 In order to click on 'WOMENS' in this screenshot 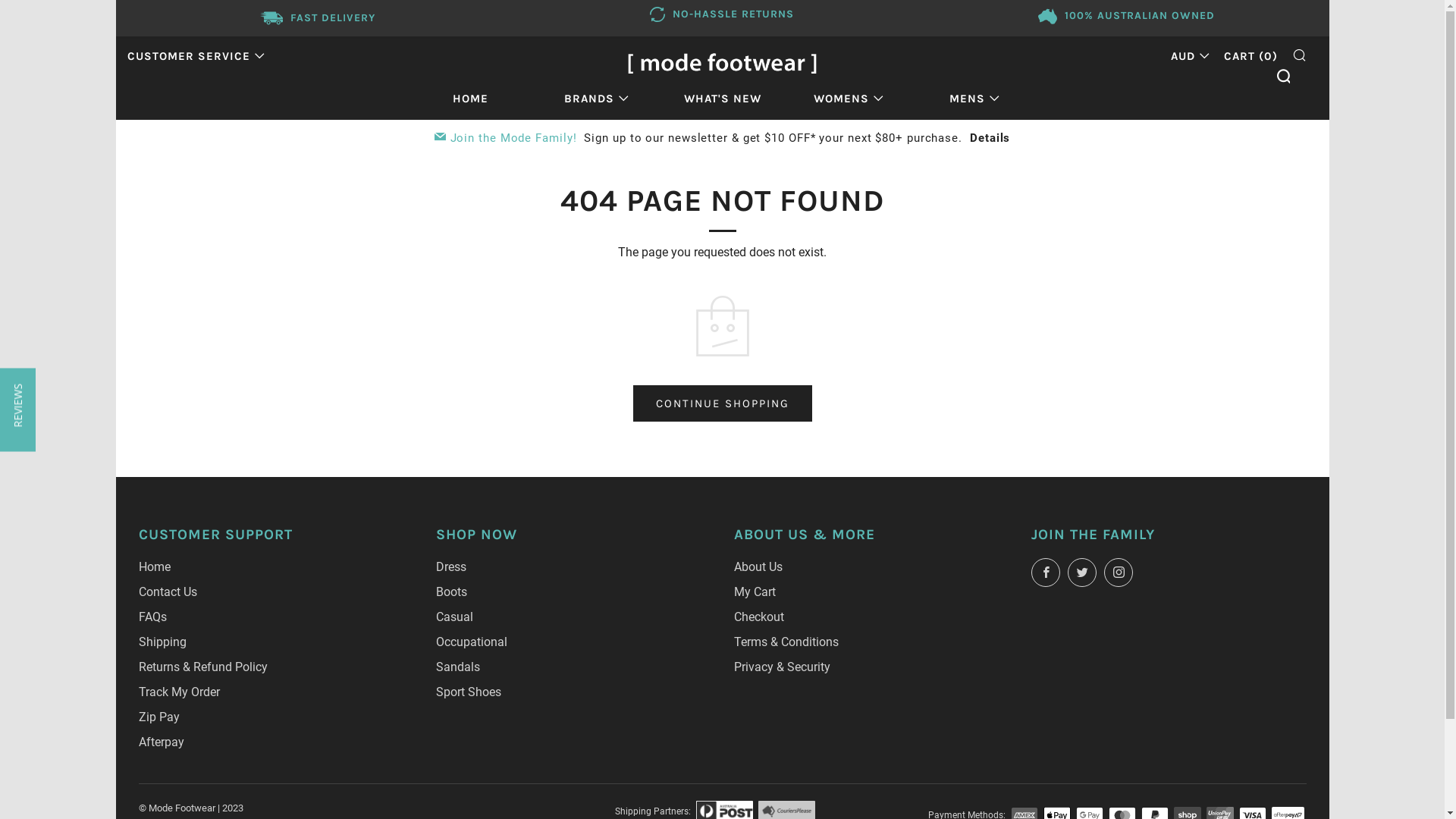, I will do `click(847, 99)`.